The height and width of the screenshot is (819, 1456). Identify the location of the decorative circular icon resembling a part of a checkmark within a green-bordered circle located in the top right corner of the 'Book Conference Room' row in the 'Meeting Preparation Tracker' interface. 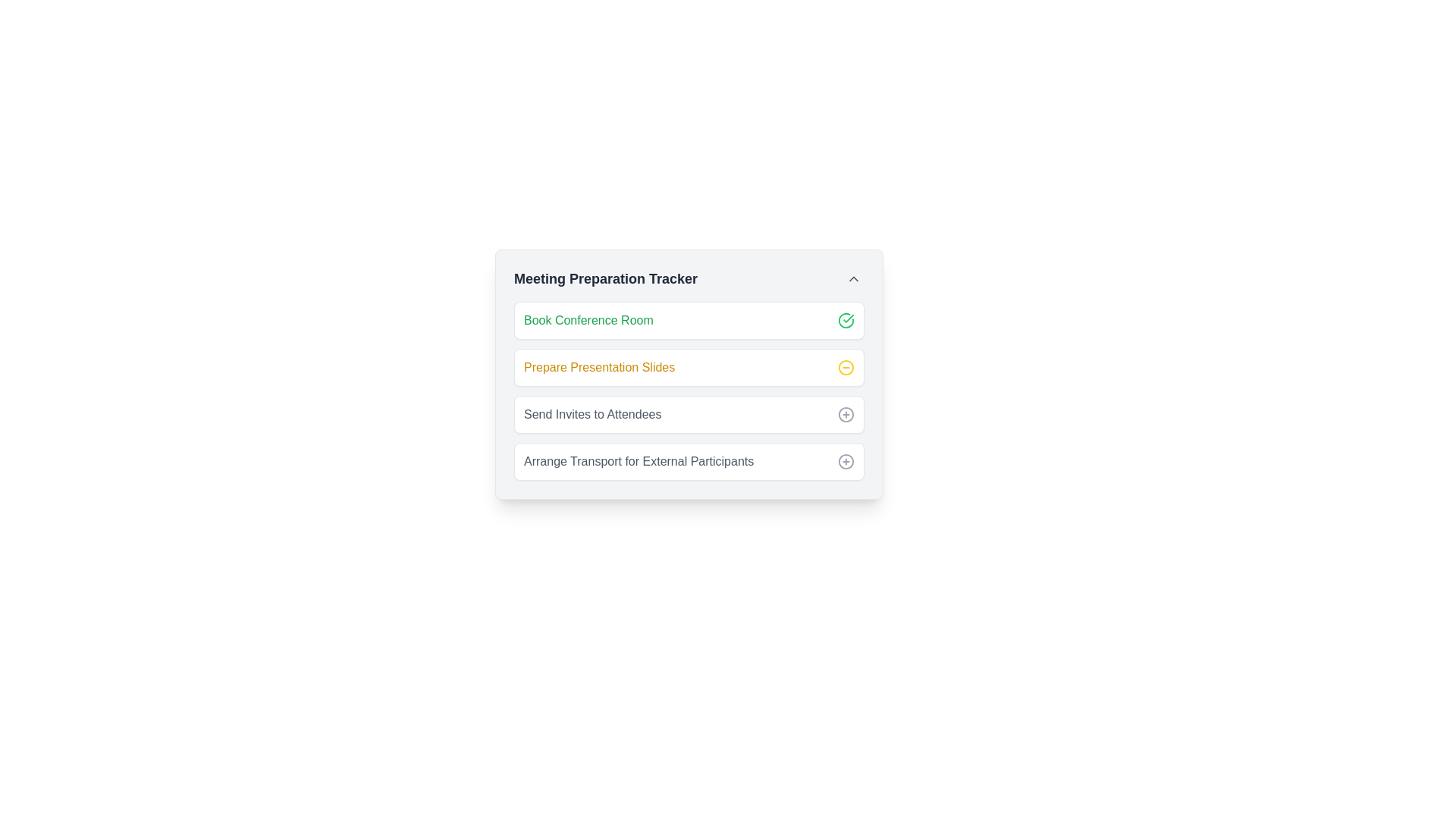
(846, 320).